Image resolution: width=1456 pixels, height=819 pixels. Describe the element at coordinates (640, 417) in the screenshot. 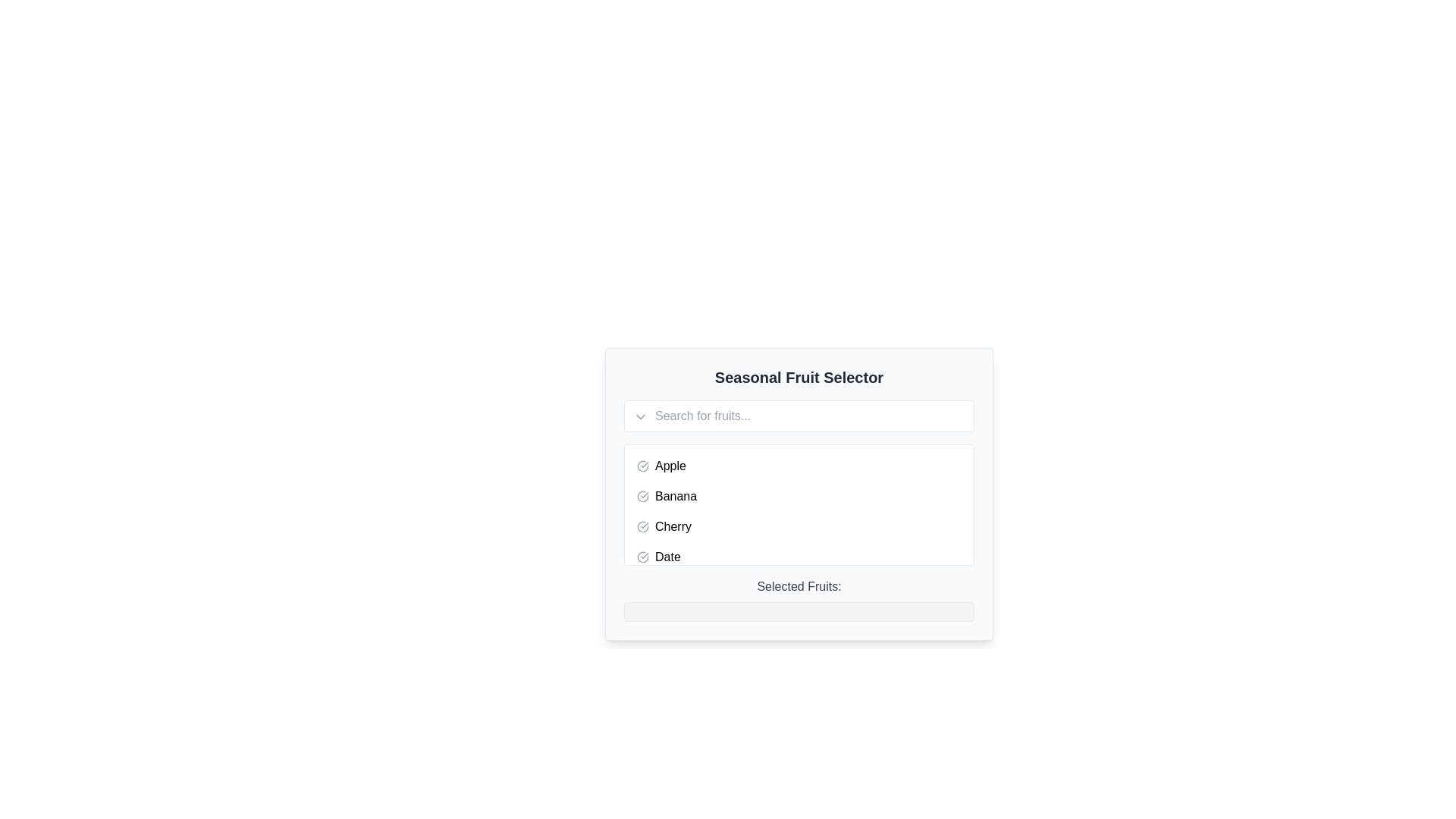

I see `the chevron SVG Icon located in the top-left corner of the search input field to trigger possible hover effects` at that location.